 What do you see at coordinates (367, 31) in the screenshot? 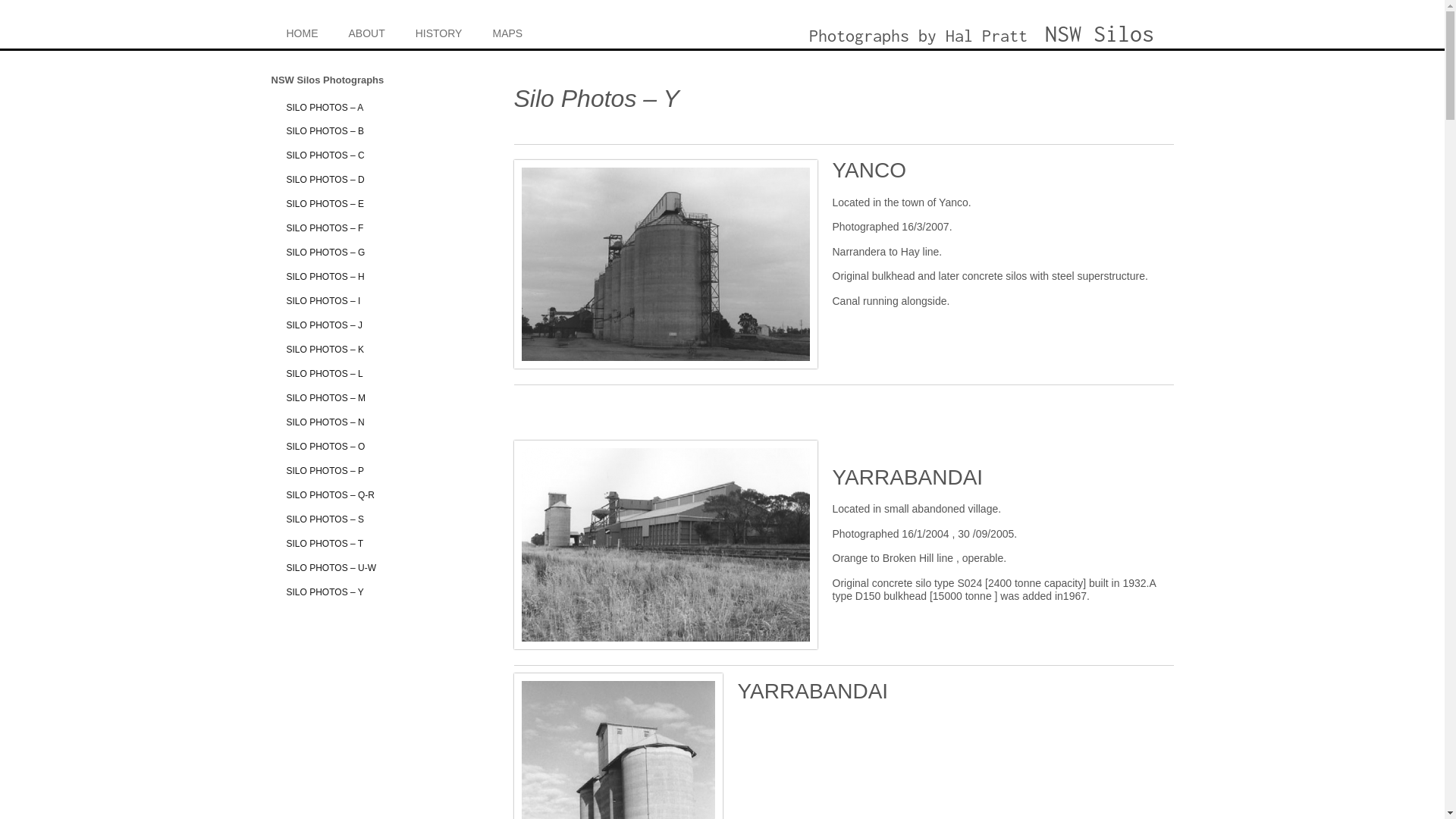
I see `'ABOUT'` at bounding box center [367, 31].